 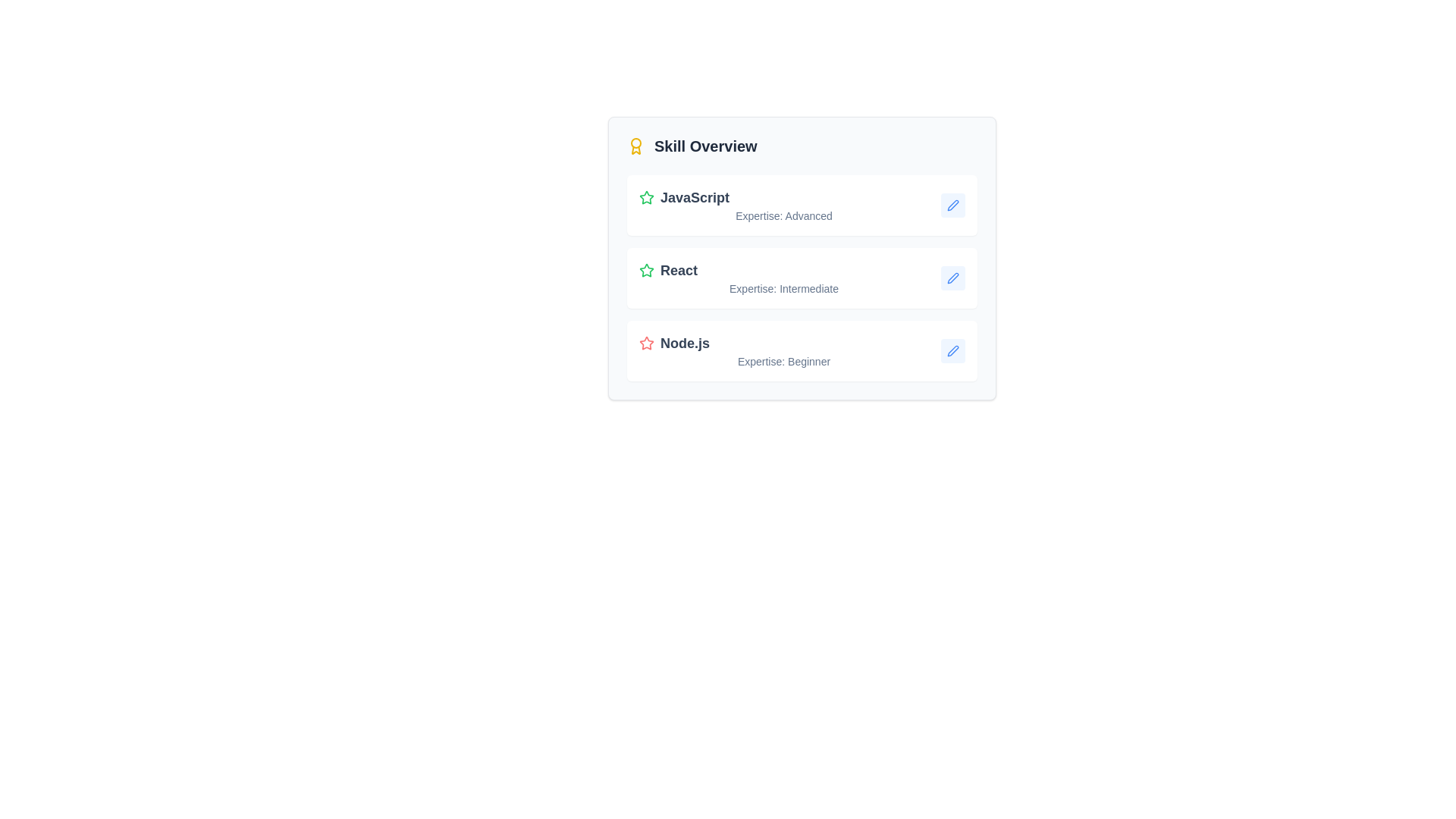 I want to click on the text label that says 'Expertise: Intermediate', which is located beneath the 'React' header in the second skill block of the skill overview card, so click(x=783, y=289).